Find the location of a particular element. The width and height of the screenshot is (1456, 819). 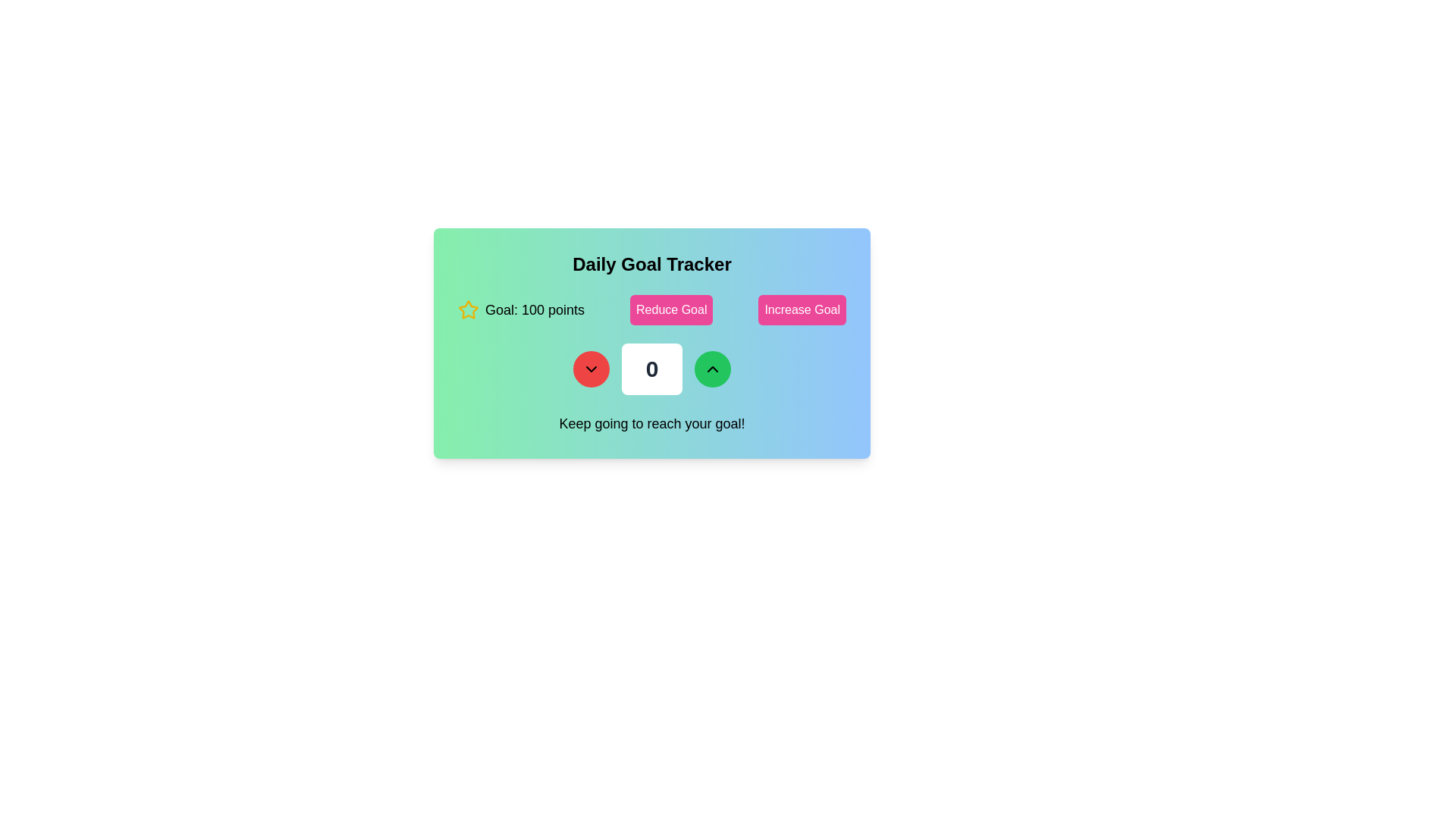

the text display showing 'Goal: 100 points', which is located immediately to the right of a small yellow star icon in the colorful header section is located at coordinates (535, 309).